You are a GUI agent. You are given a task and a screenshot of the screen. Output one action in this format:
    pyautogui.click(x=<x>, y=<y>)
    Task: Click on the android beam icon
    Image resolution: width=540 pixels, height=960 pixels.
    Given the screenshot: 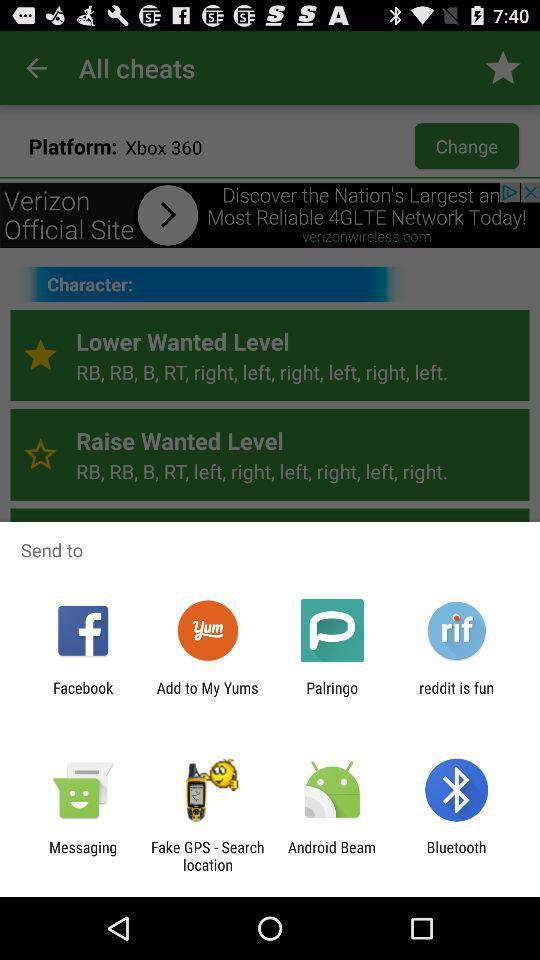 What is the action you would take?
    pyautogui.click(x=332, y=855)
    